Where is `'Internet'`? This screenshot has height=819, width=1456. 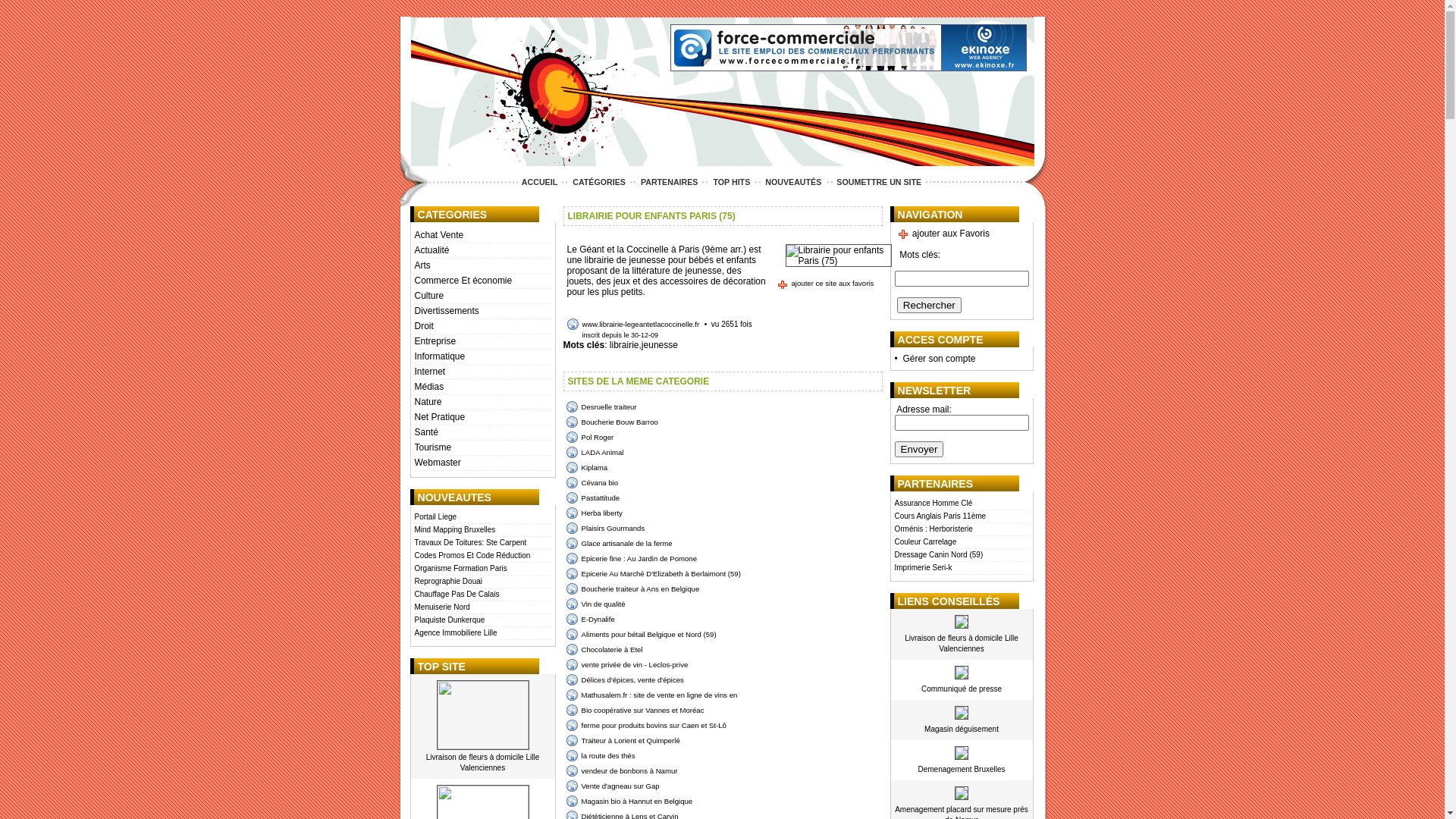 'Internet' is located at coordinates (481, 372).